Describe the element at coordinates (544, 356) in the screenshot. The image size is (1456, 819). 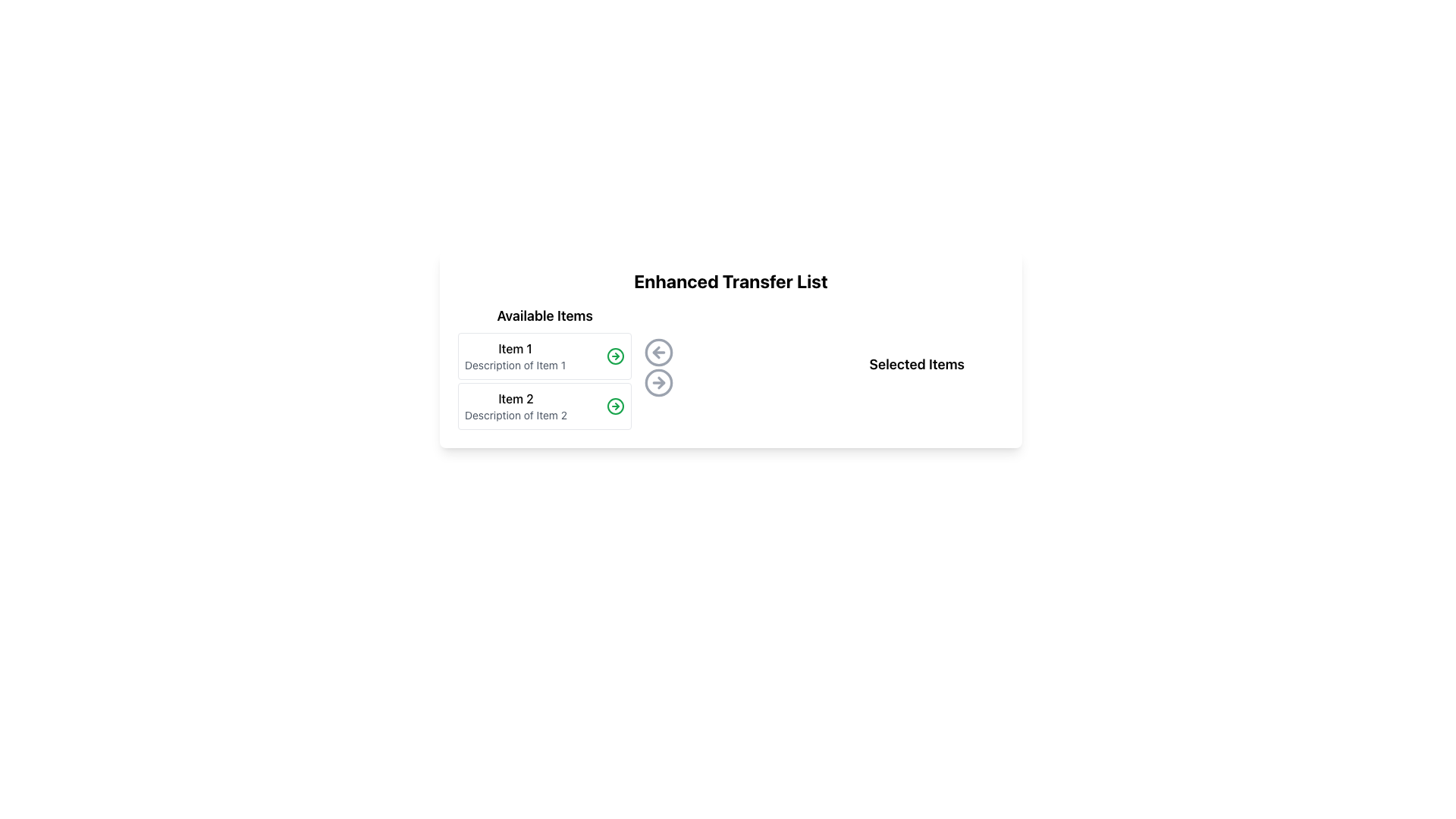
I see `the first selectable item in the 'Available Items' list` at that location.